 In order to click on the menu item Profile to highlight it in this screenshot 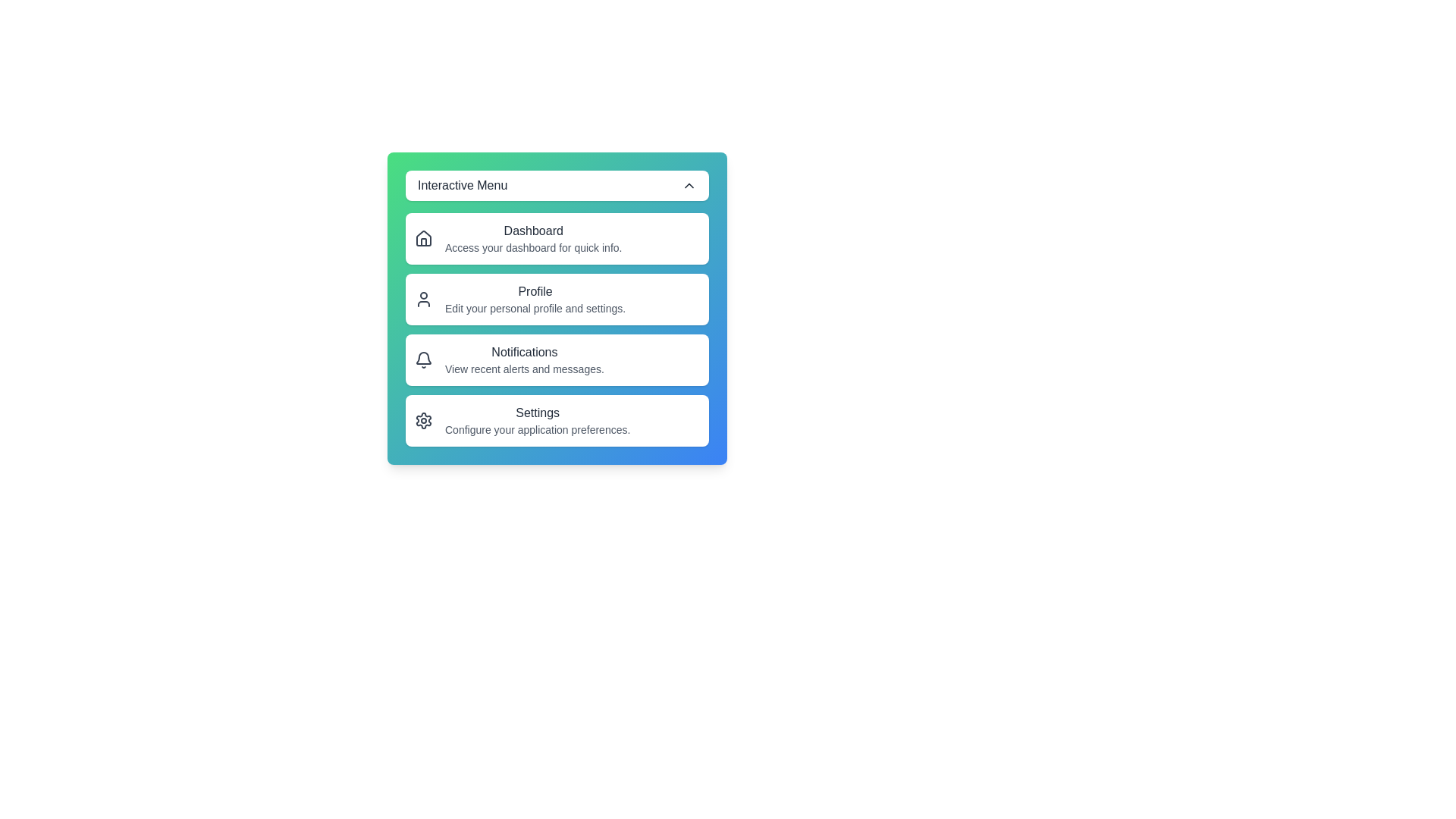, I will do `click(556, 299)`.